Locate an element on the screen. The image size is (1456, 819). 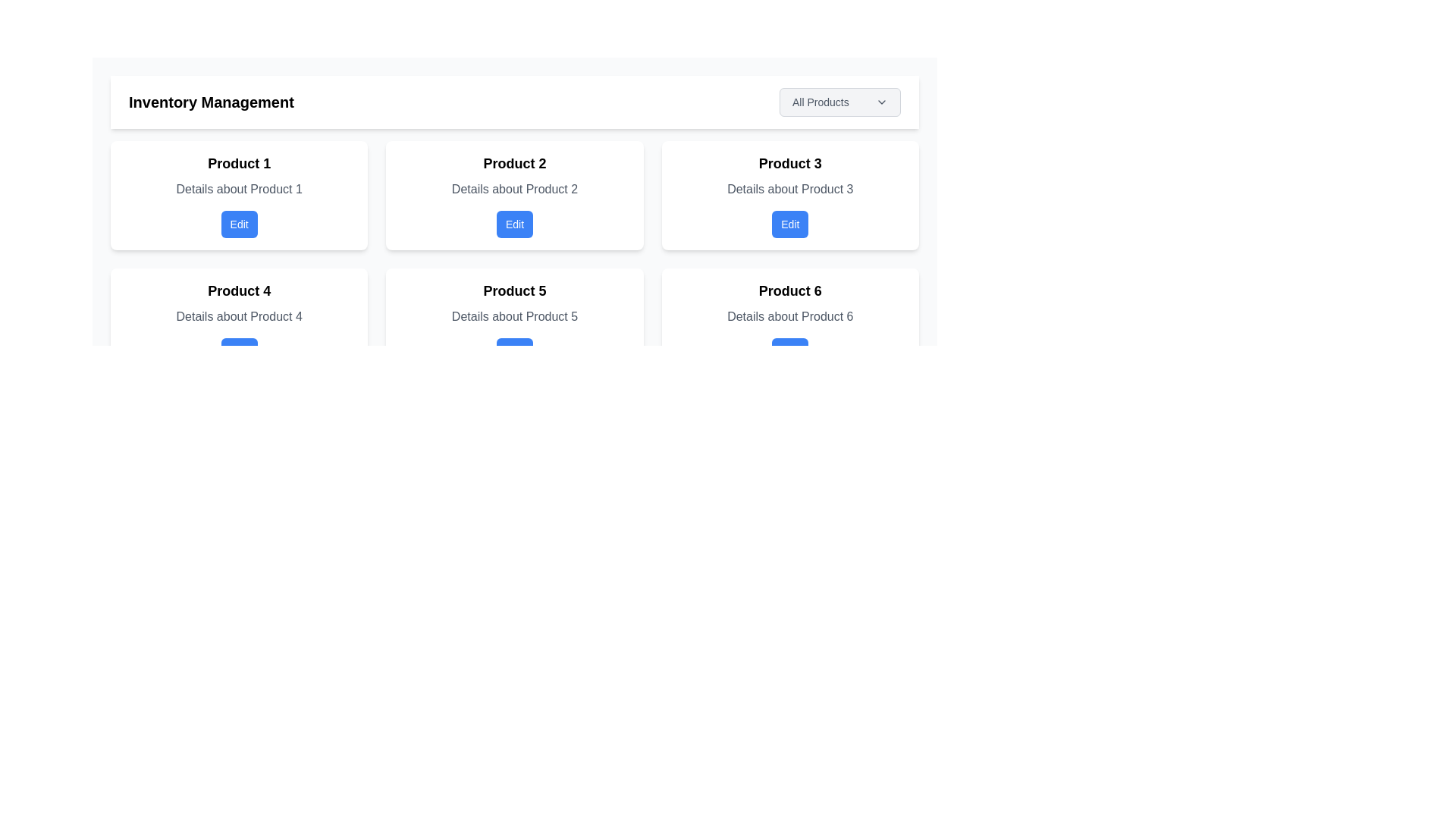
the button that allows the user to edit the details of 'Product 5', located beneath the text 'Details about Product 5' within the second row and second column of the grid is located at coordinates (514, 351).